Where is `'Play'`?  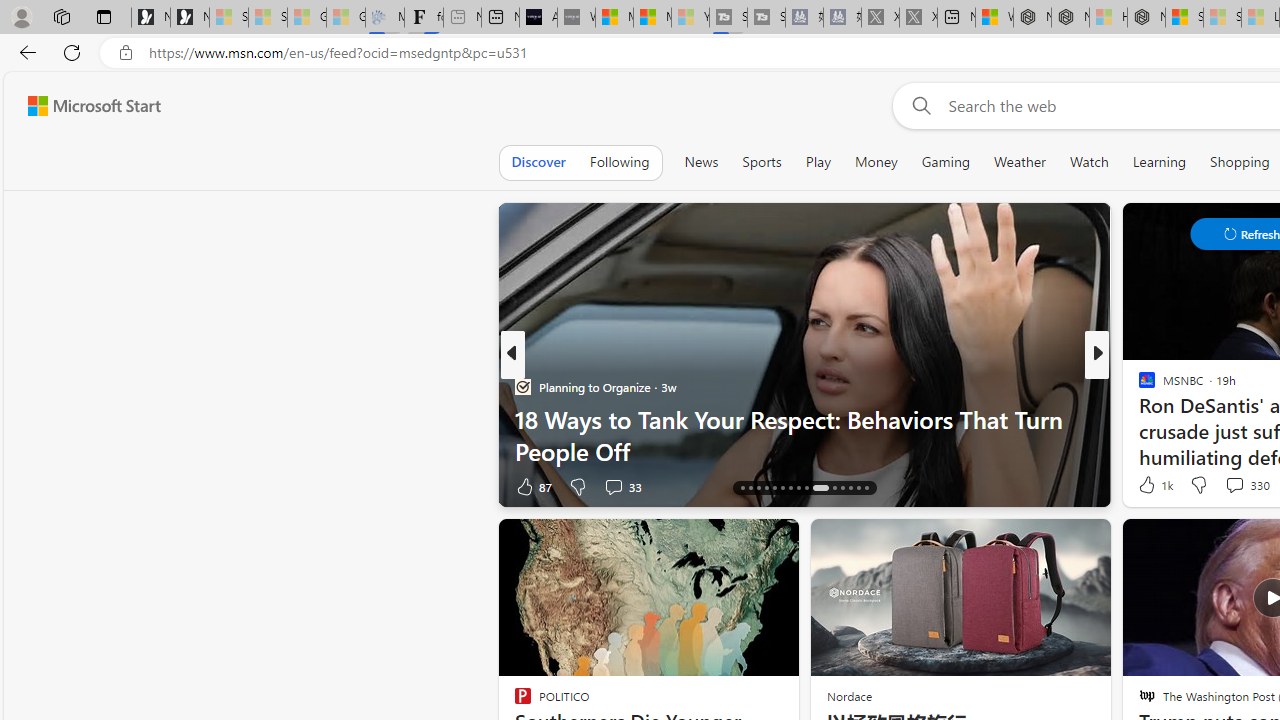 'Play' is located at coordinates (818, 161).